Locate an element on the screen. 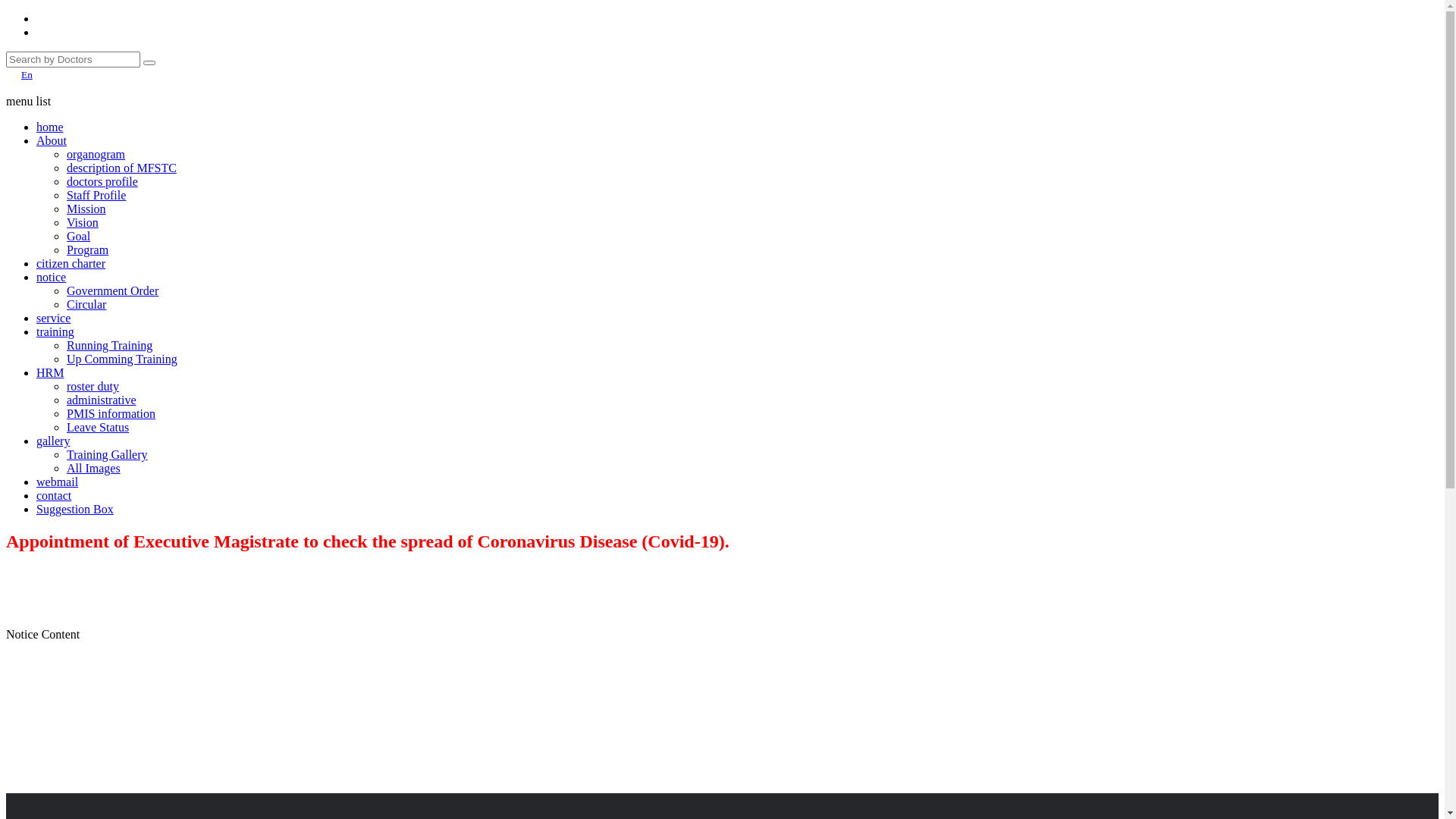 This screenshot has height=819, width=1456. 'gallery' is located at coordinates (53, 441).